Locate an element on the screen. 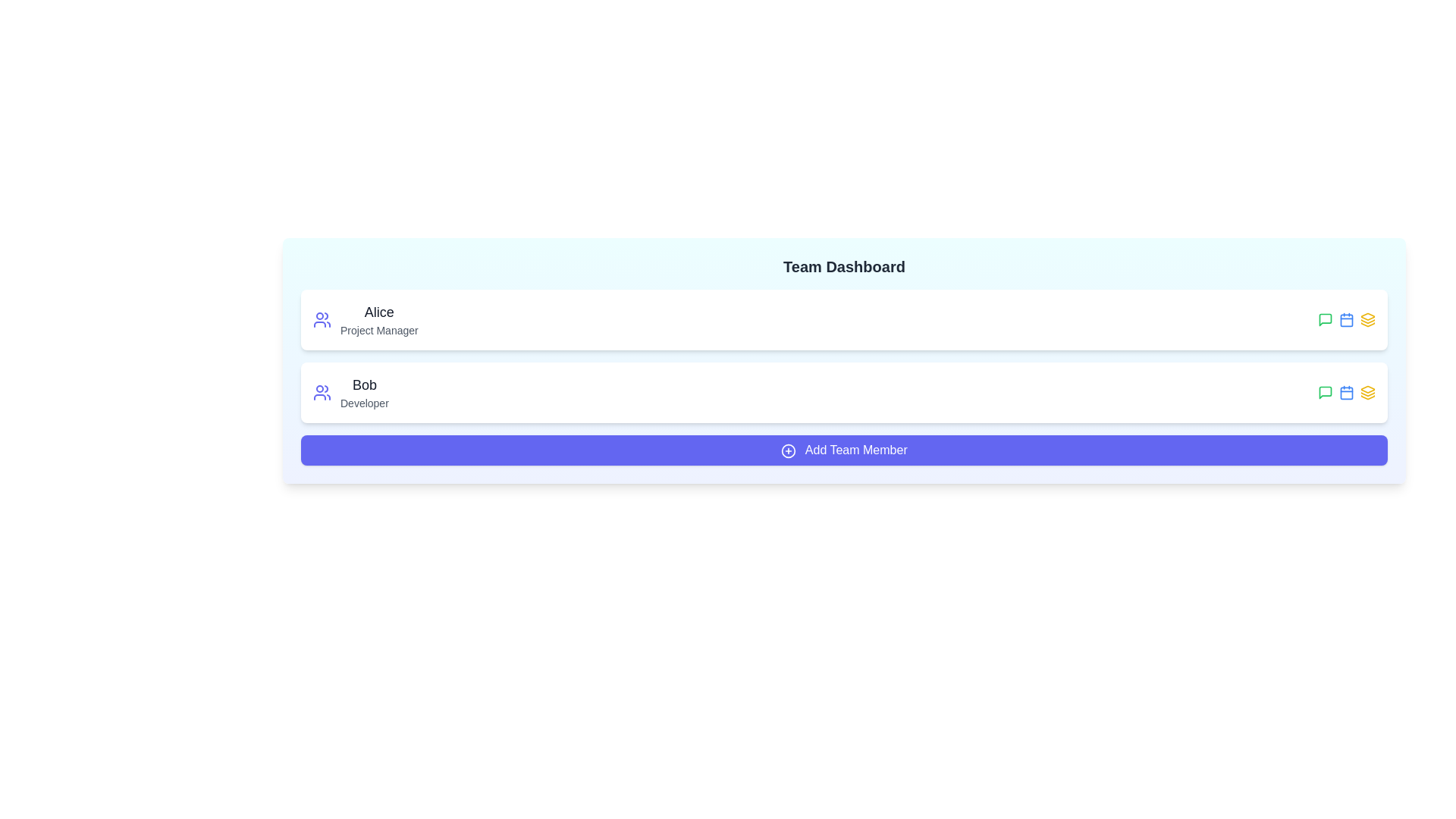 The image size is (1456, 819). the text label displaying 'Bob' and 'Developer' in the second user card, which is located below the card representing 'Alice' is located at coordinates (364, 391).